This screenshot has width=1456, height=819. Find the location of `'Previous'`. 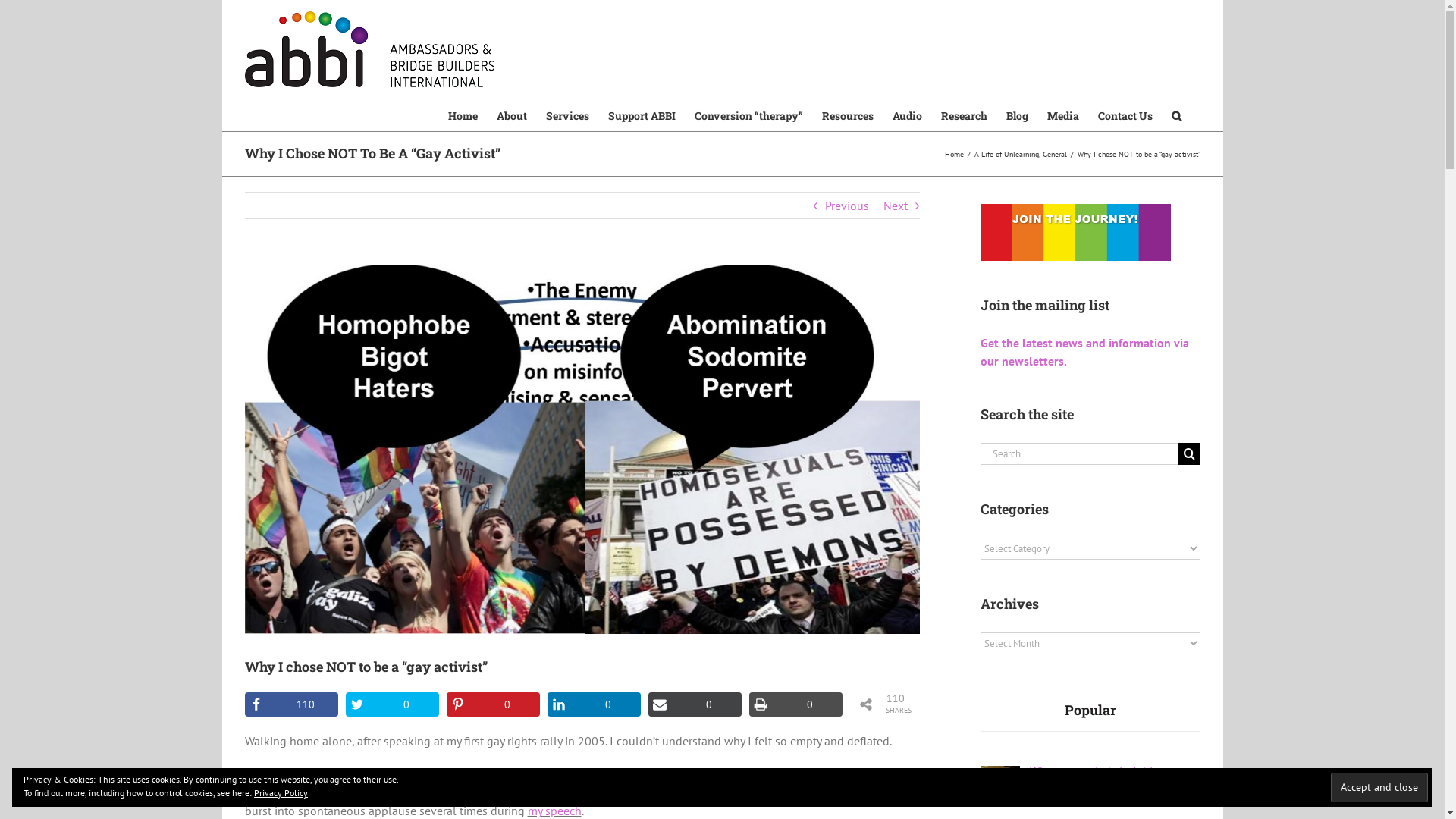

'Previous' is located at coordinates (846, 205).